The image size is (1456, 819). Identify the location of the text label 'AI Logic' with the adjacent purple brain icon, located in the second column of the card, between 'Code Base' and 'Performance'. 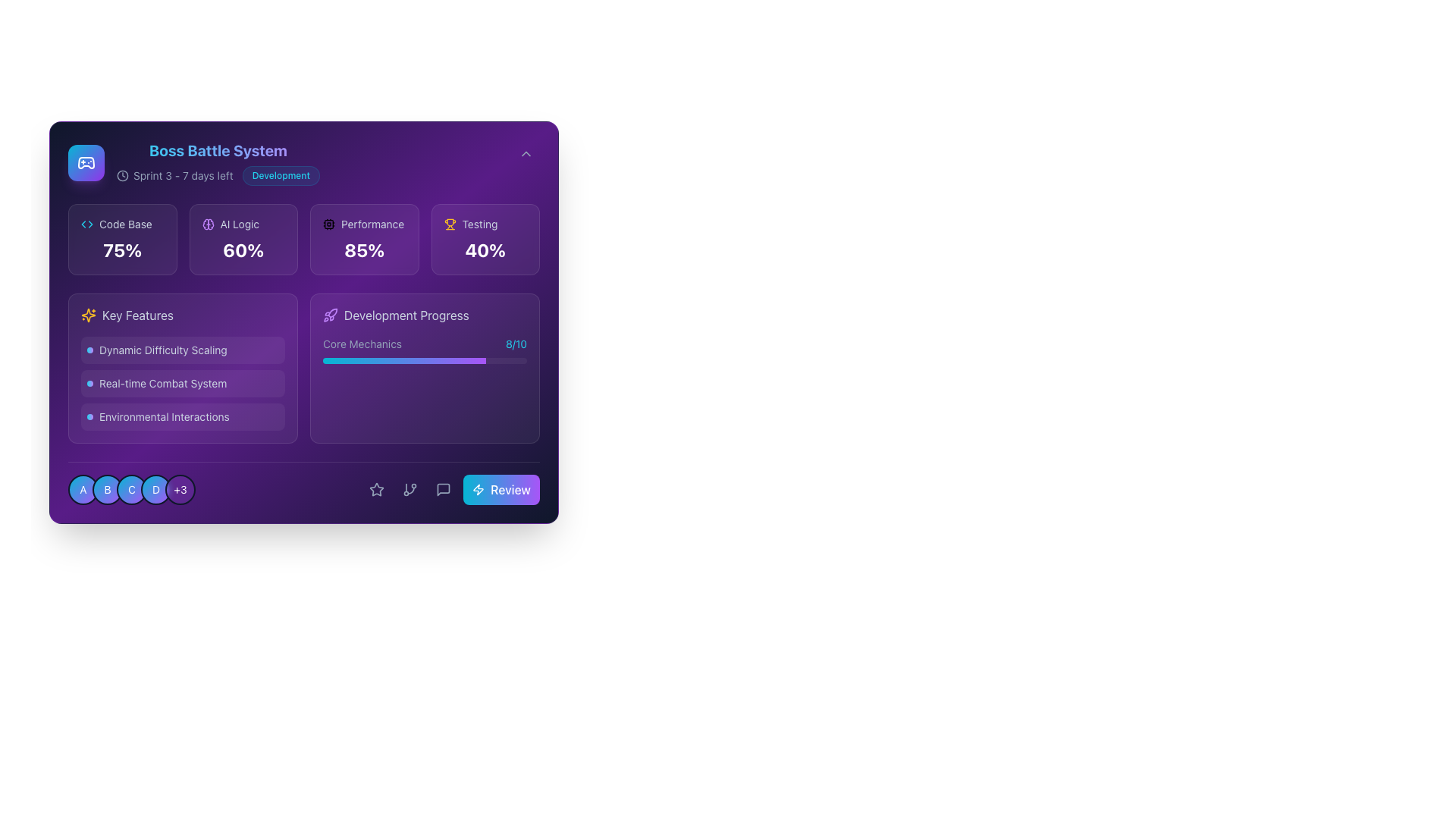
(243, 224).